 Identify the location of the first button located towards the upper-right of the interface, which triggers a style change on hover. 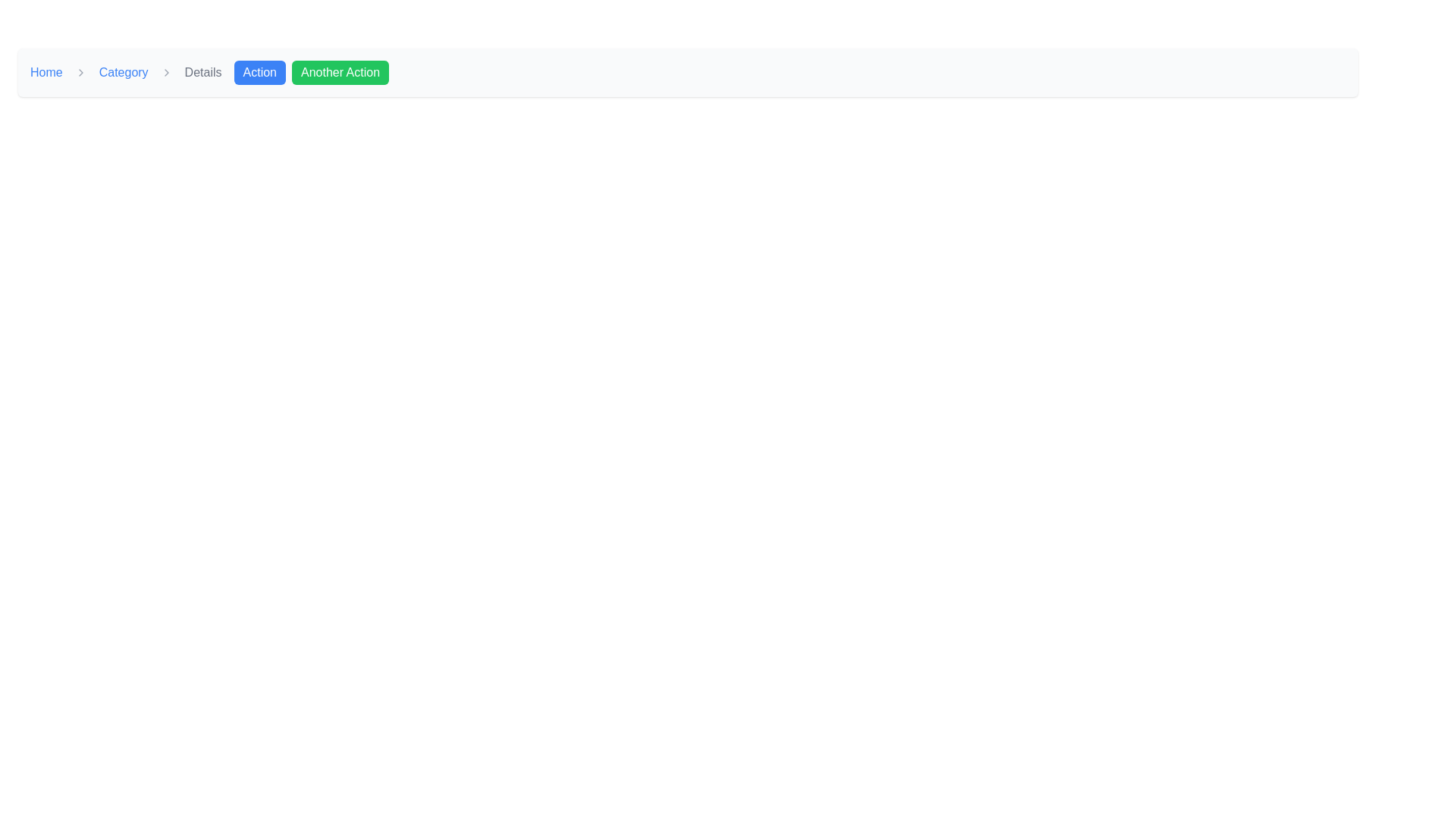
(259, 73).